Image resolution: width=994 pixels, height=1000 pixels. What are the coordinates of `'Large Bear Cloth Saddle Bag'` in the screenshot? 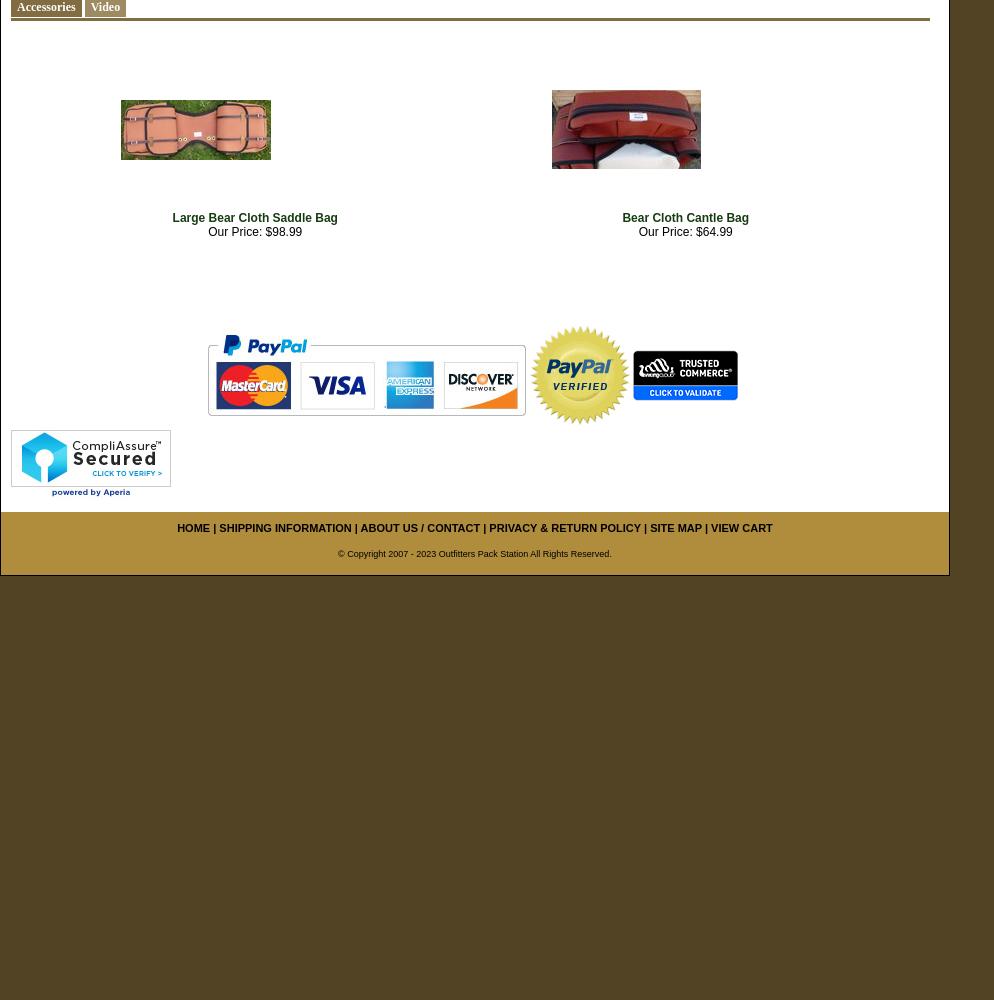 It's located at (253, 217).